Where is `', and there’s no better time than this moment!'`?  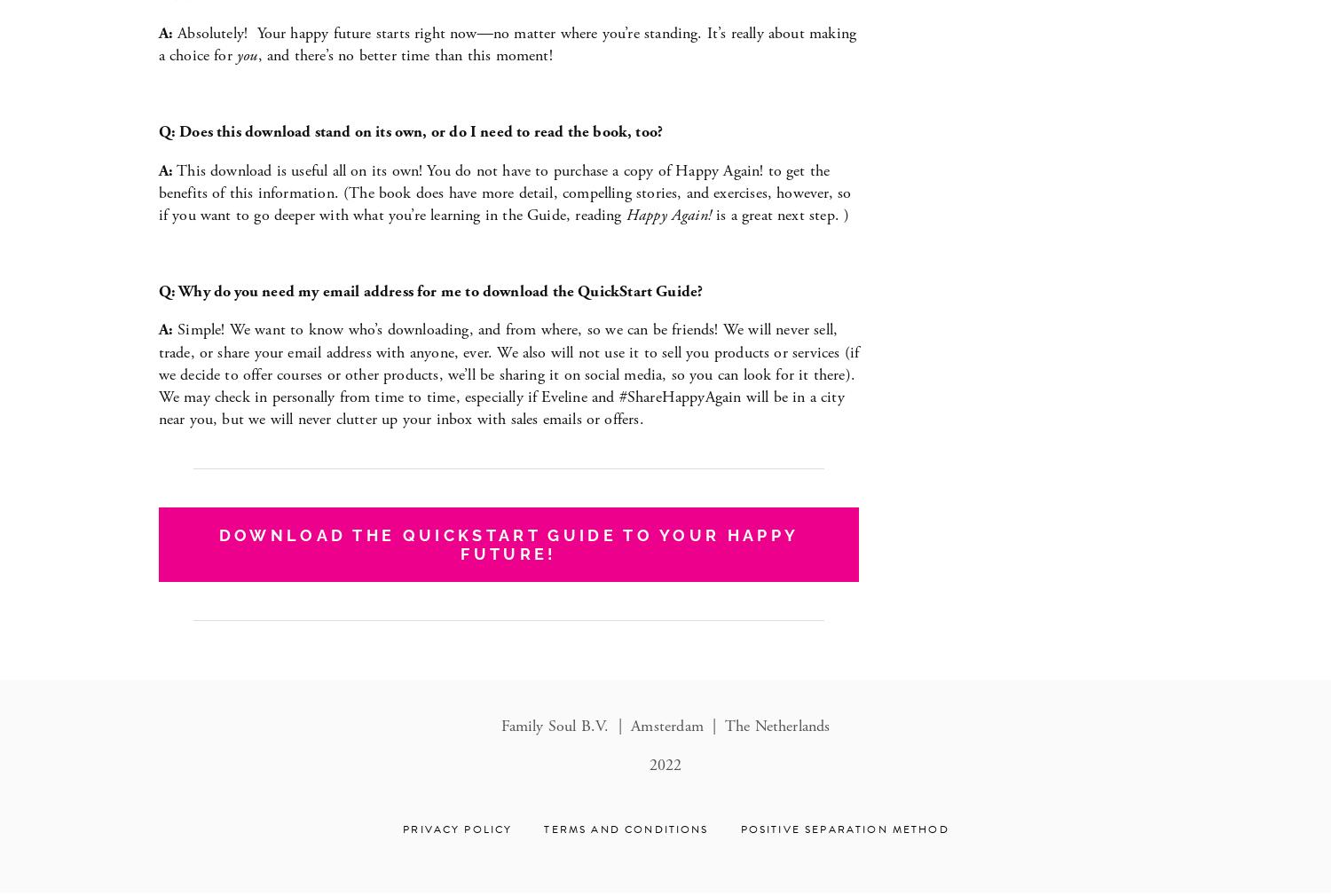
', and there’s no better time than this moment!' is located at coordinates (256, 53).